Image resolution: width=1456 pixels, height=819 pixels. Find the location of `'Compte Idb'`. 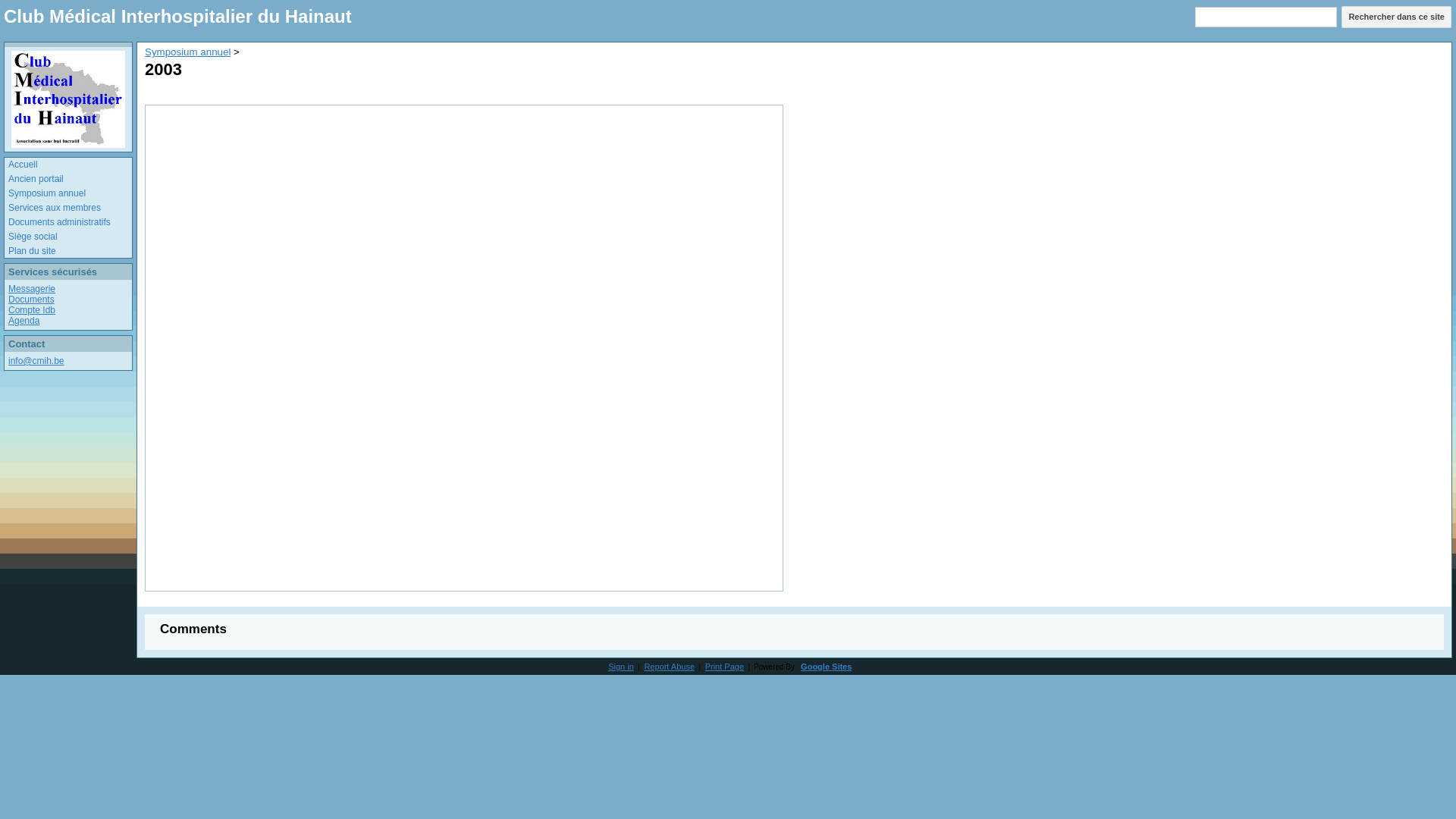

'Compte Idb' is located at coordinates (32, 309).